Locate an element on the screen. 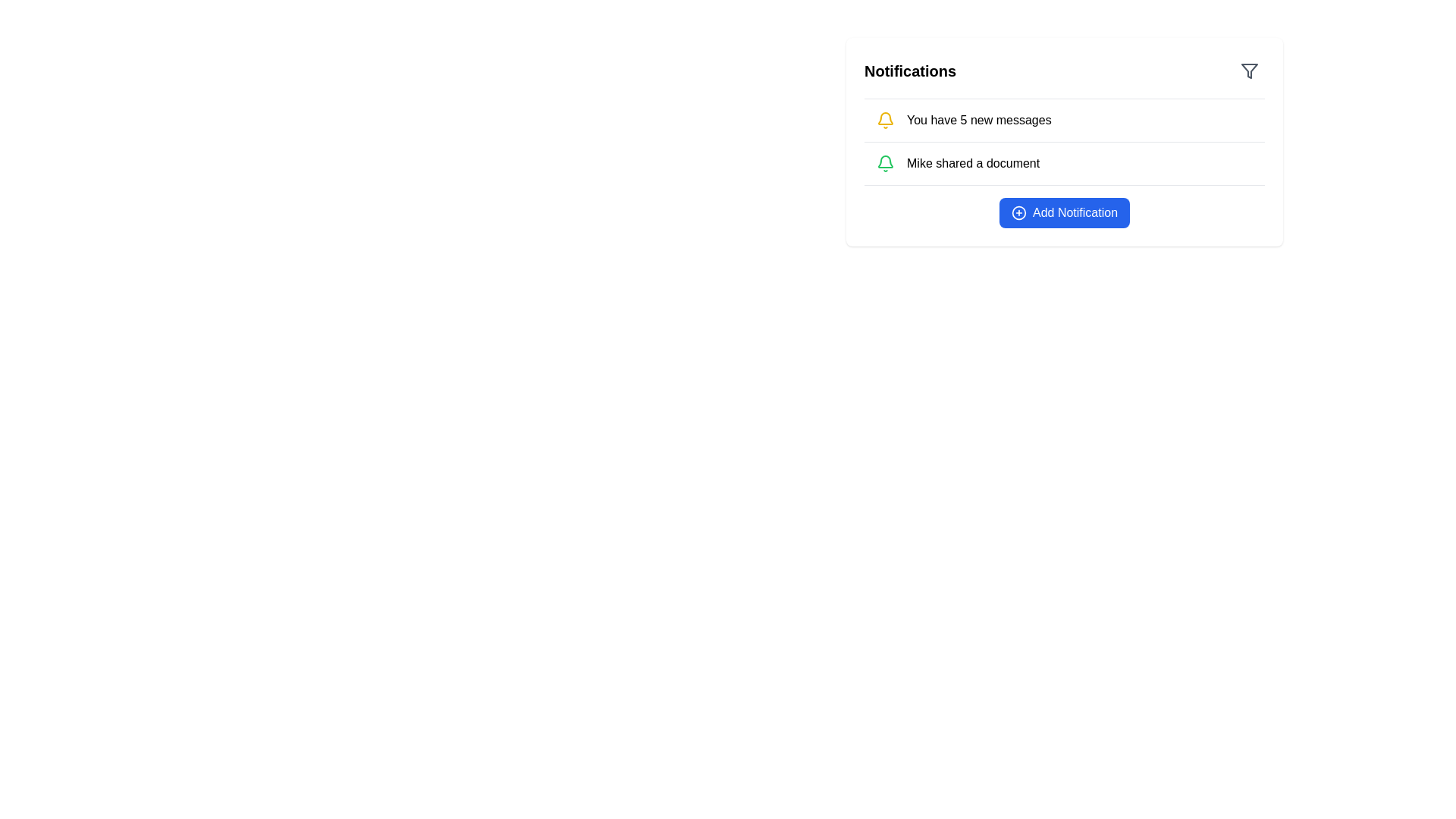  the bell-shaped notification icon with a green outline, located adjacent to the text 'You have 5 new messages.' is located at coordinates (885, 162).